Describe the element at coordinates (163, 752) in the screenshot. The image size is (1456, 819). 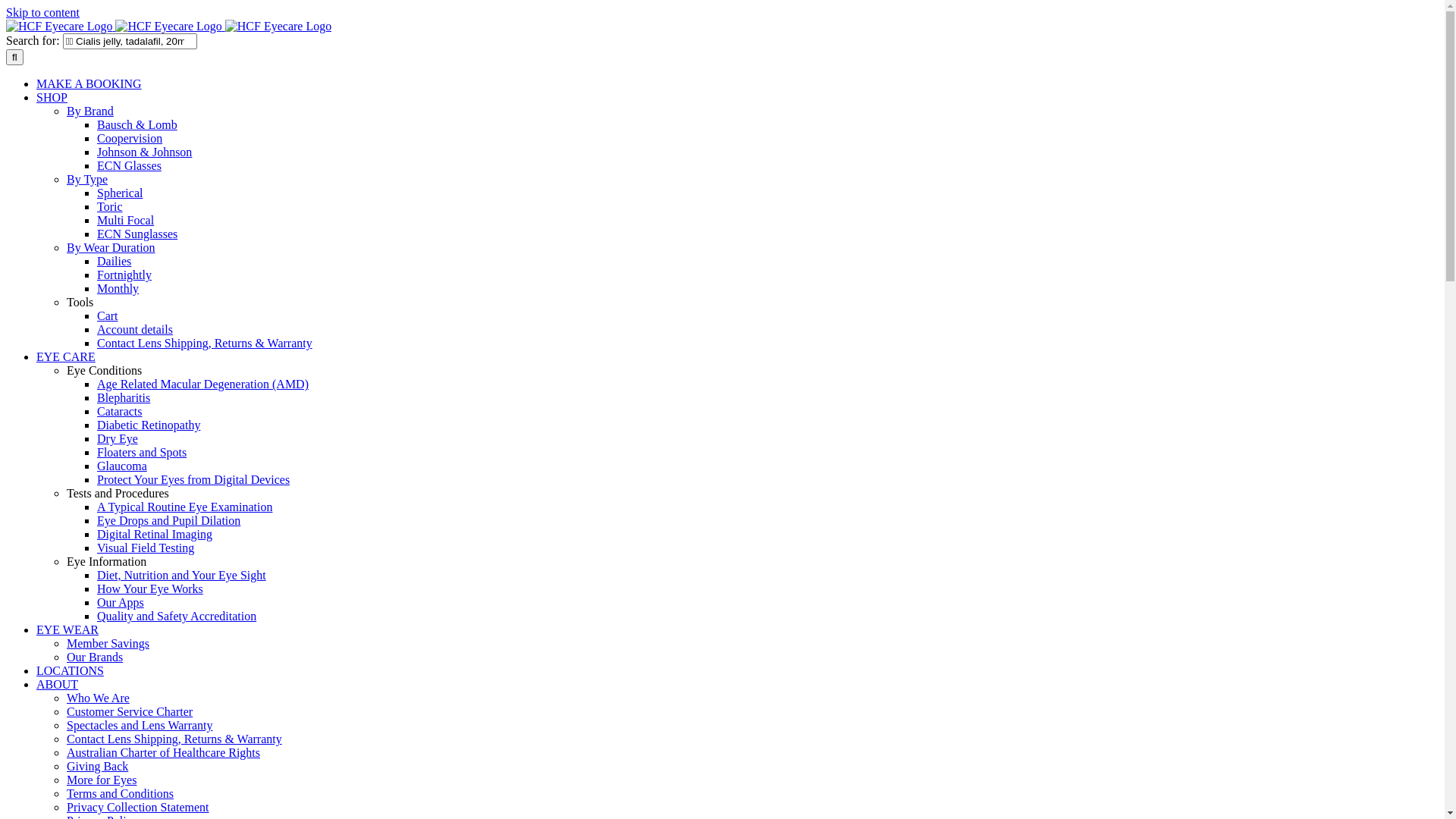
I see `'Australian Charter of Healthcare Rights'` at that location.